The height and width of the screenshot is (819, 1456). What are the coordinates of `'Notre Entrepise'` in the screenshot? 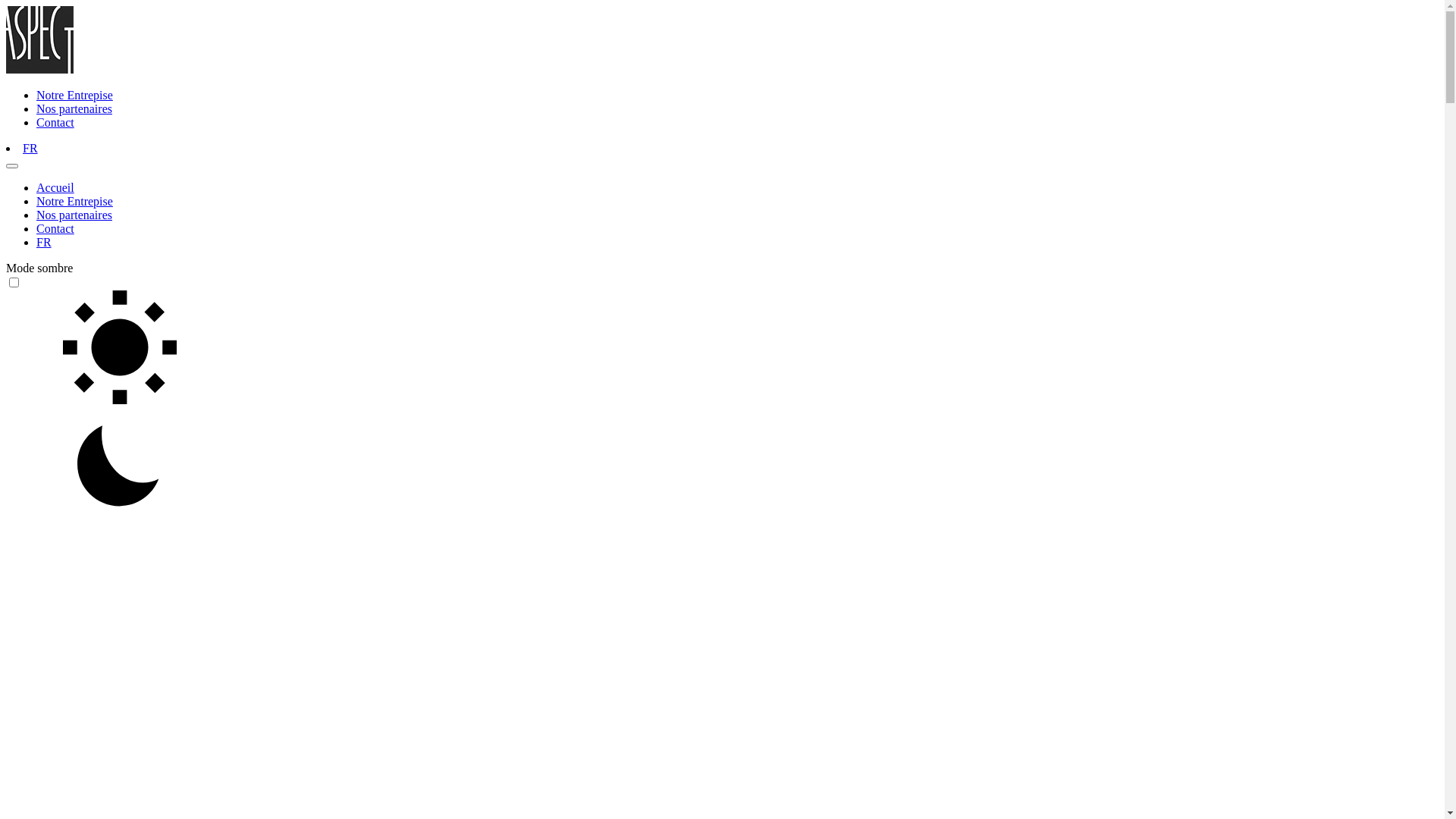 It's located at (74, 200).